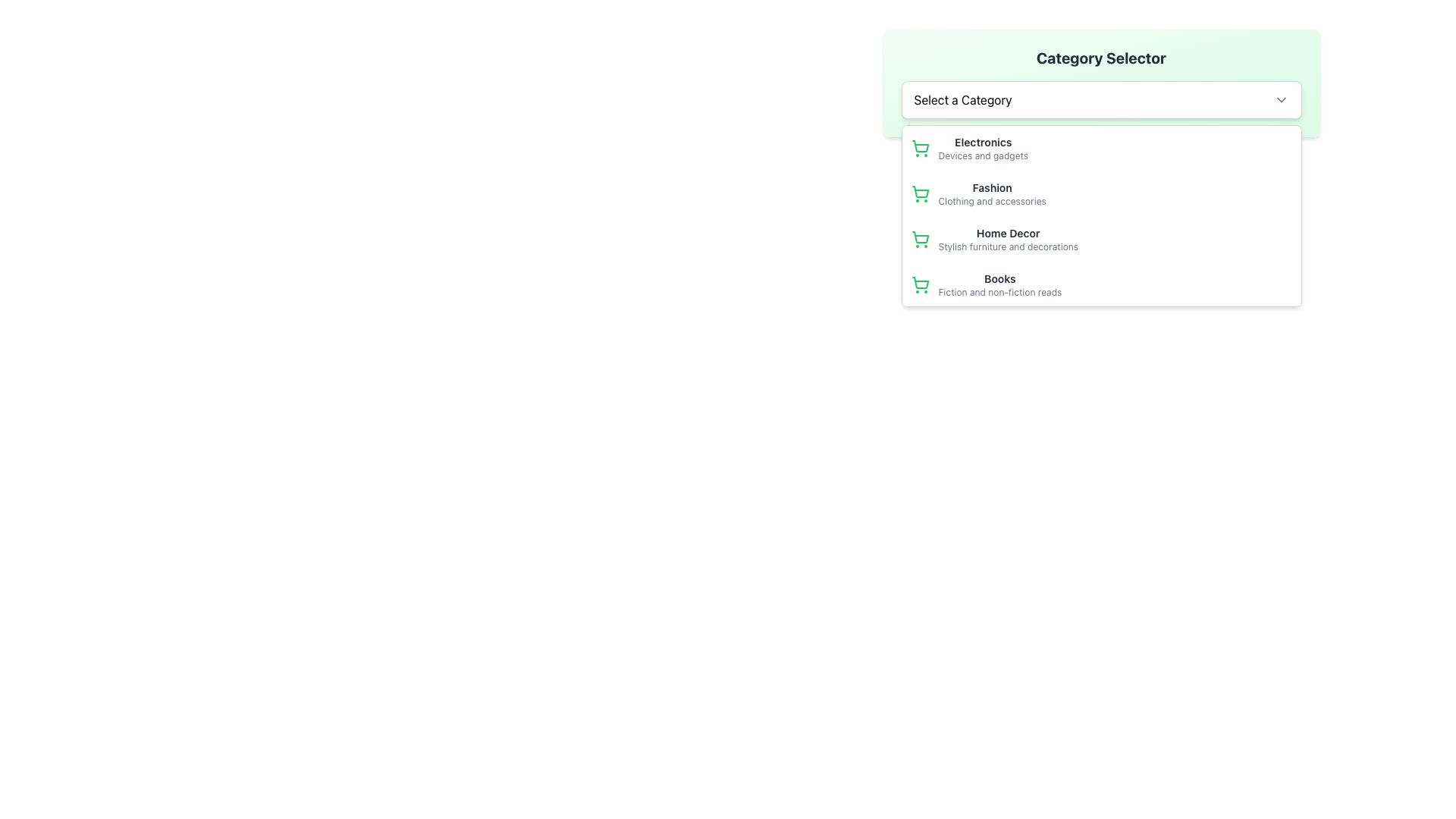  What do you see at coordinates (983, 149) in the screenshot?
I see `the 'Electronics' category option in the dropdown menu` at bounding box center [983, 149].